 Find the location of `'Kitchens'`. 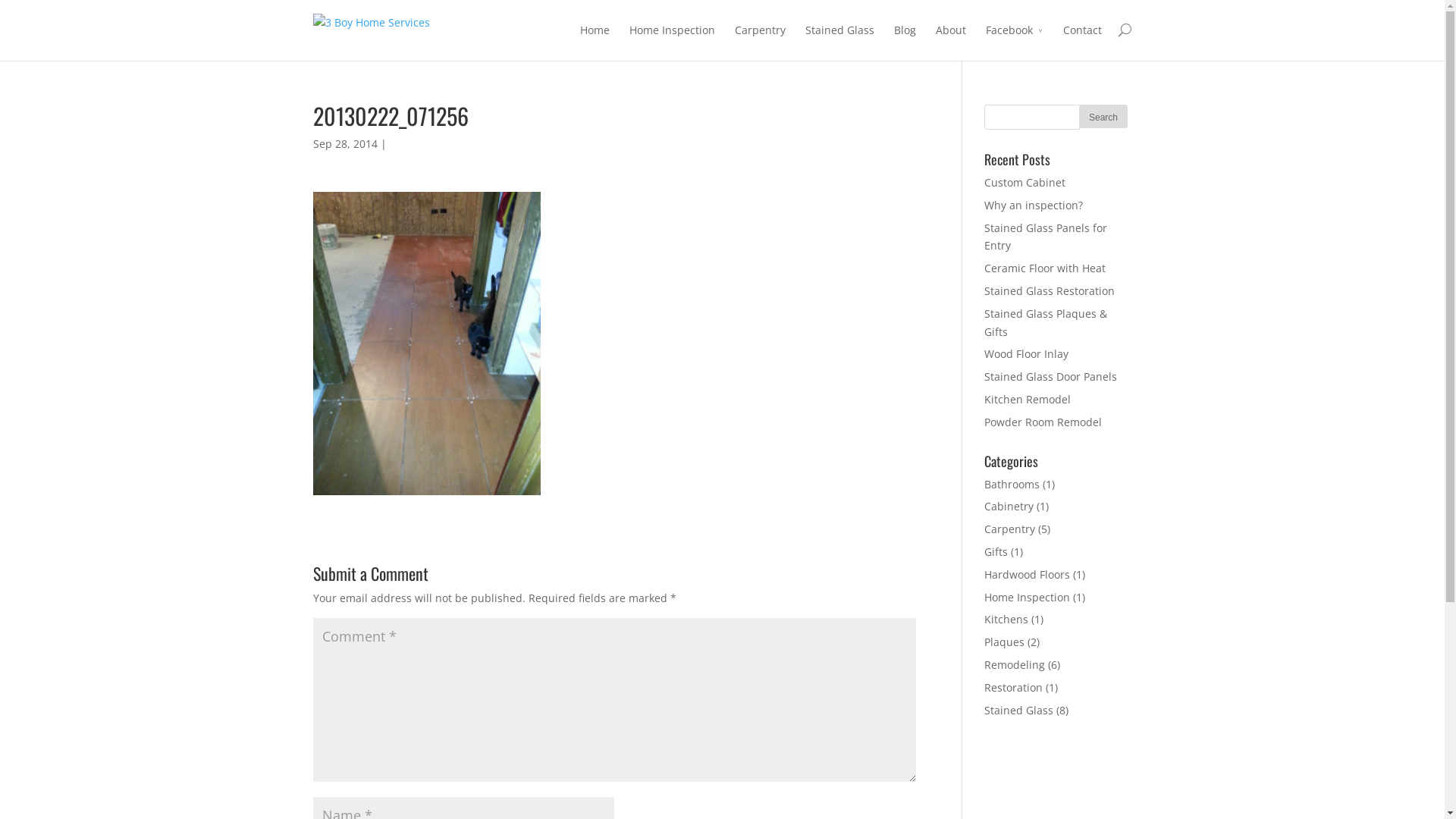

'Kitchens' is located at coordinates (1006, 619).